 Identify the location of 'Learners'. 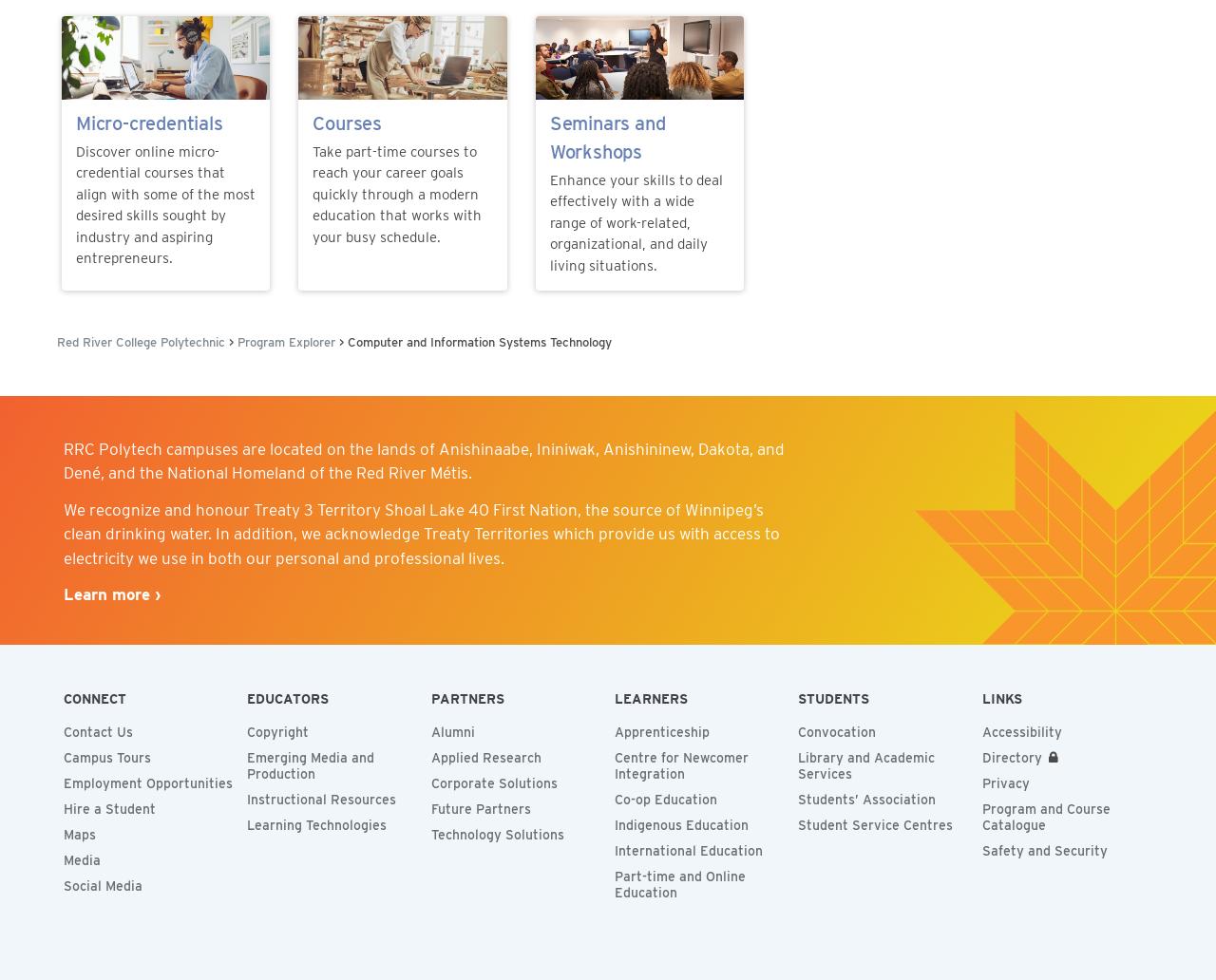
(650, 698).